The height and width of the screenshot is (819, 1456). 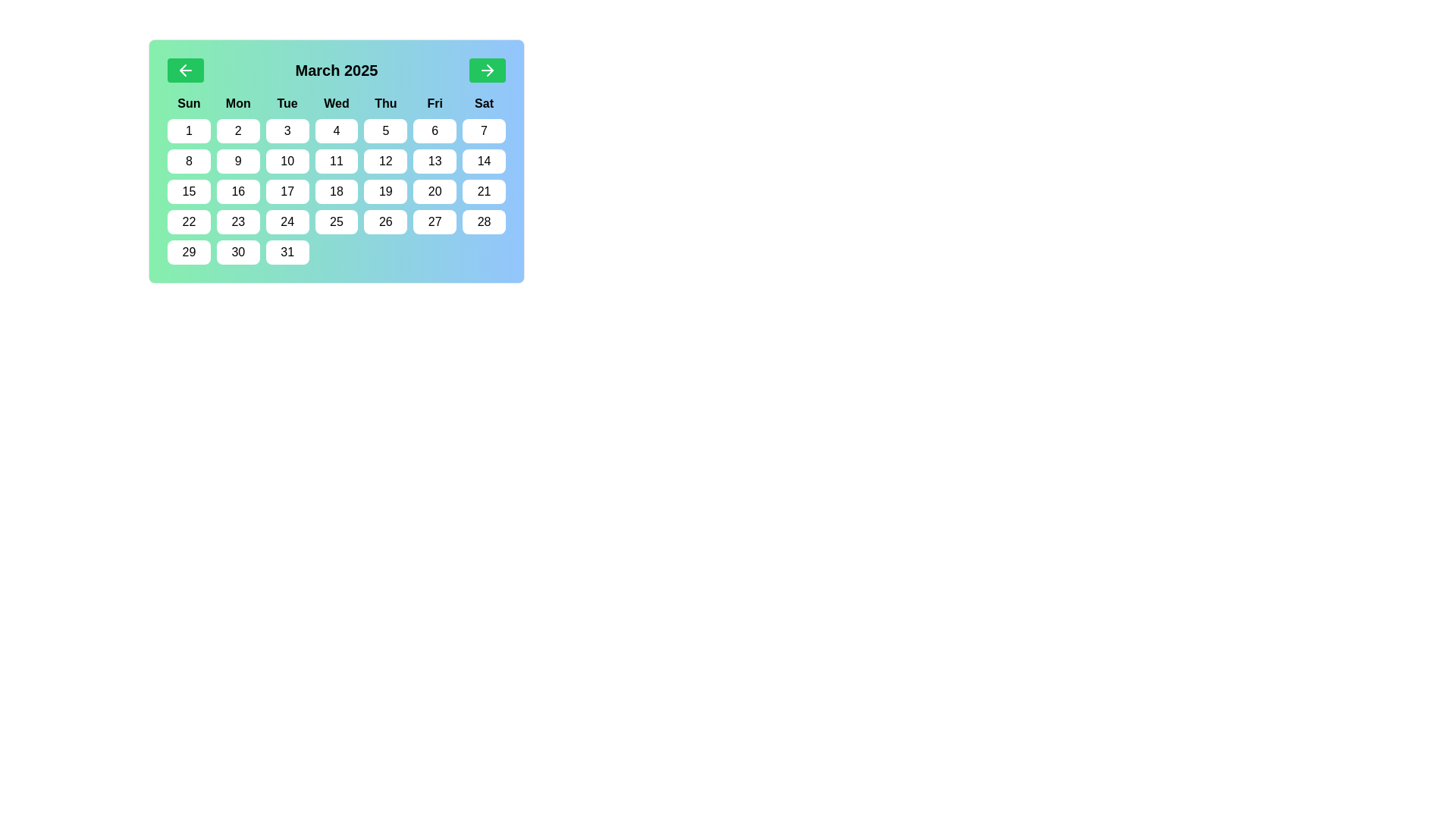 I want to click on the date '1' button in the March 2025 calendar, located in the top-left corner of the grid under the 'Sun' column, so click(x=188, y=130).